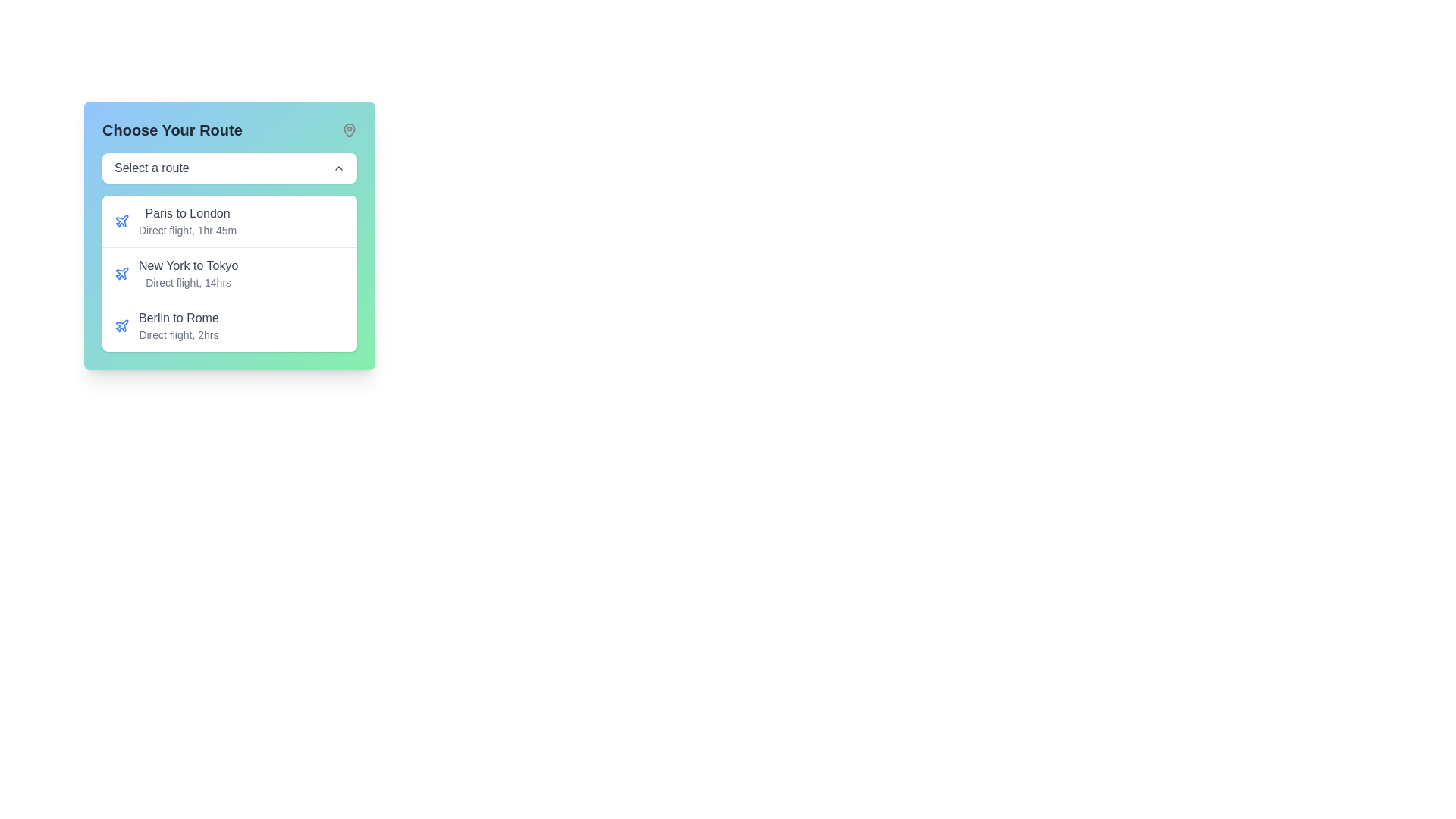 Image resolution: width=1456 pixels, height=819 pixels. Describe the element at coordinates (228, 273) in the screenshot. I see `the second list item displaying the flight route from New York to Tokyo` at that location.